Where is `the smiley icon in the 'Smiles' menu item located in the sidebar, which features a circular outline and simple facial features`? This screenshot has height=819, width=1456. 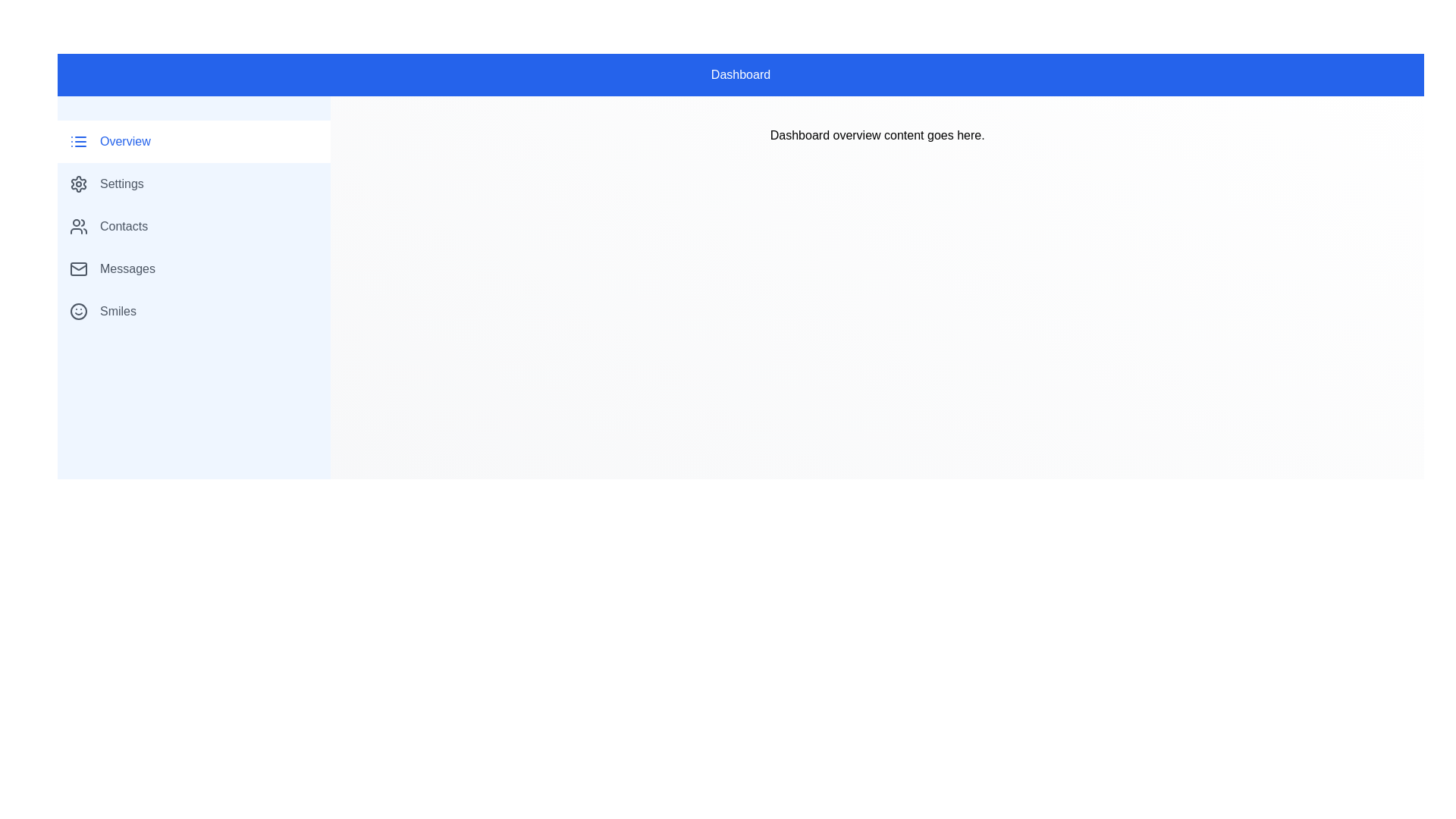
the smiley icon in the 'Smiles' menu item located in the sidebar, which features a circular outline and simple facial features is located at coordinates (78, 311).